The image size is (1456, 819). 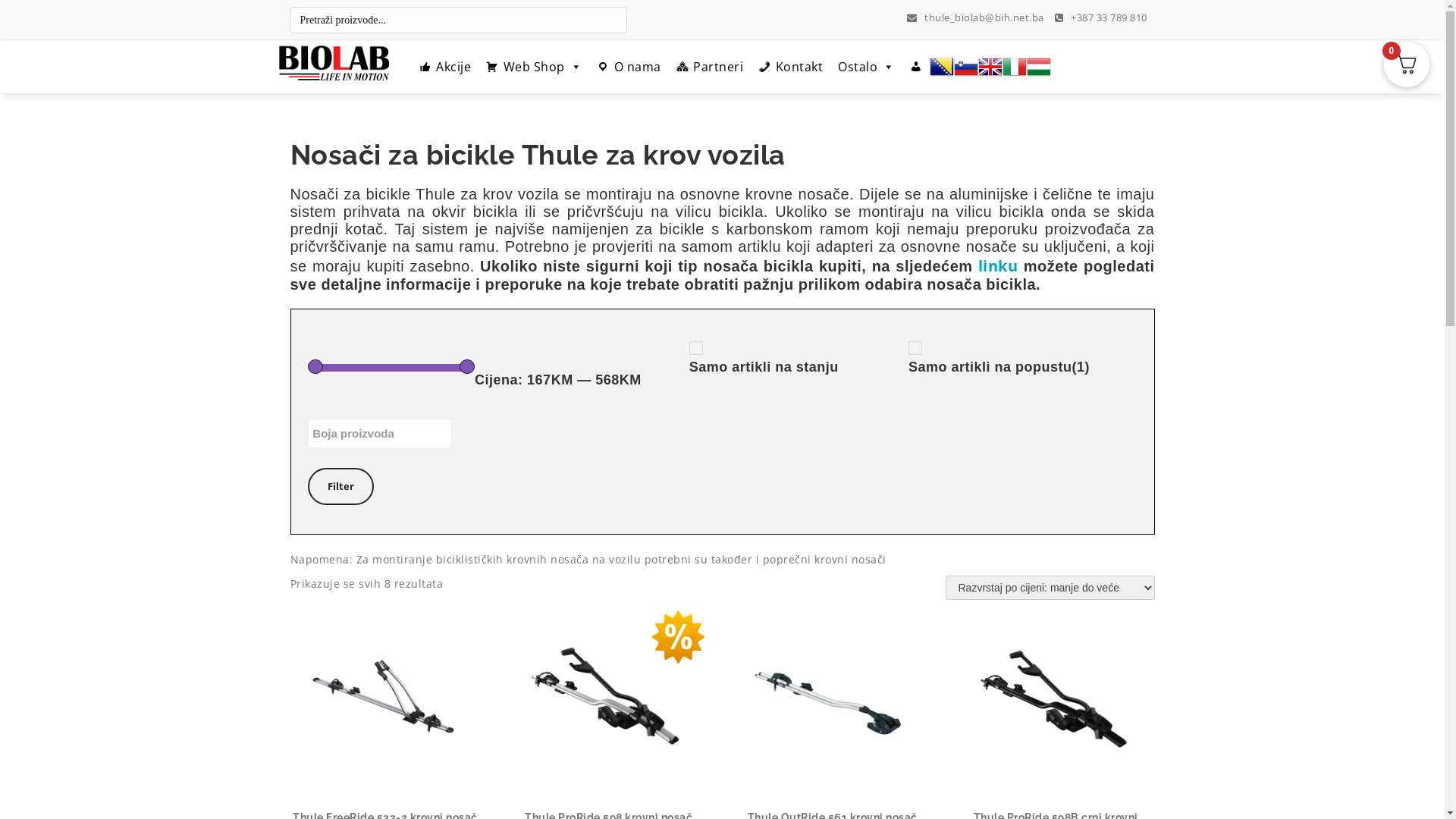 I want to click on 'thule_biolab@bih.net.ba', so click(x=975, y=17).